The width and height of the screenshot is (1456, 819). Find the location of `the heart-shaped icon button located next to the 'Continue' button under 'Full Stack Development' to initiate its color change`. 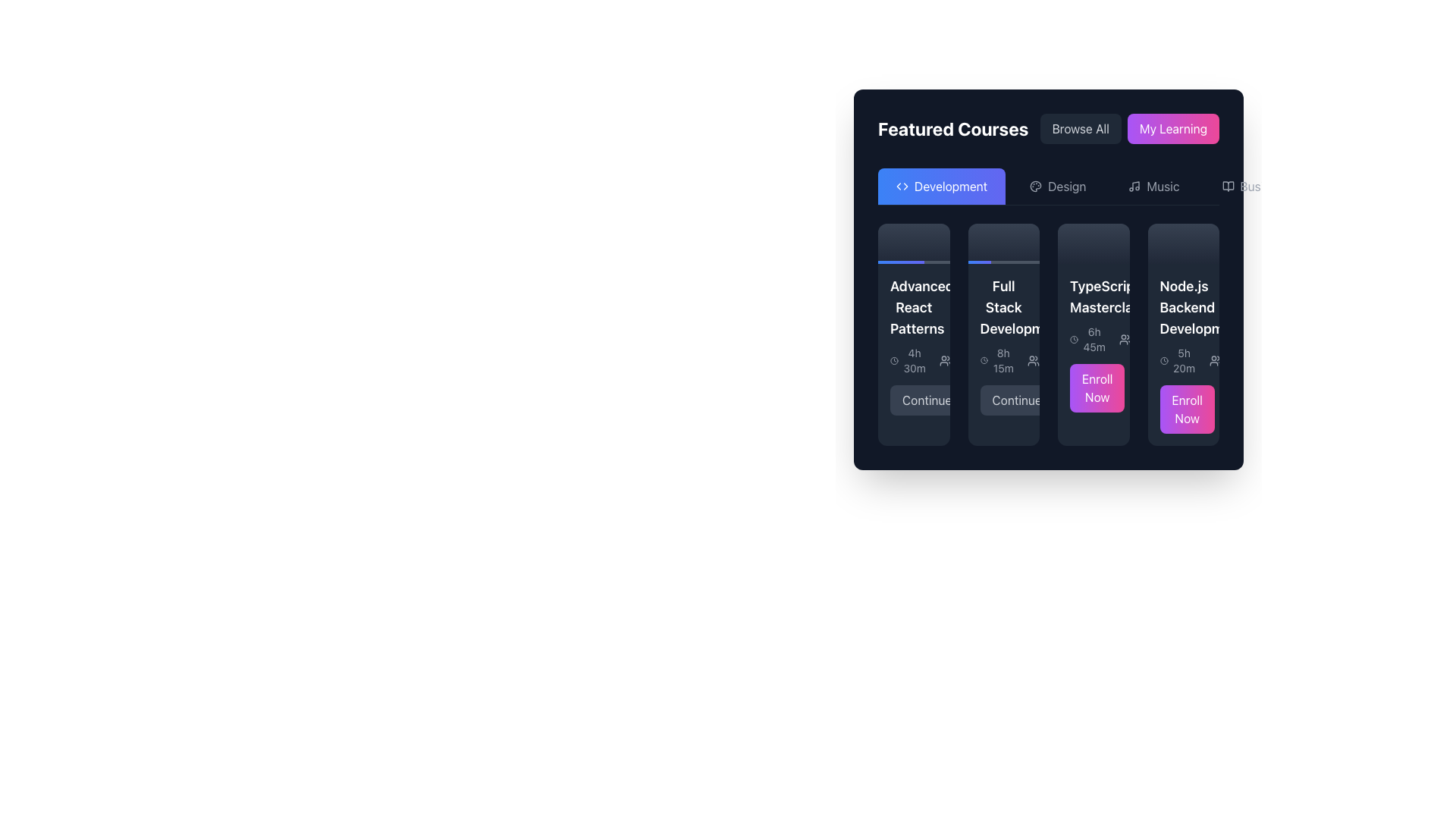

the heart-shaped icon button located next to the 'Continue' button under 'Full Stack Development' to initiate its color change is located at coordinates (977, 400).